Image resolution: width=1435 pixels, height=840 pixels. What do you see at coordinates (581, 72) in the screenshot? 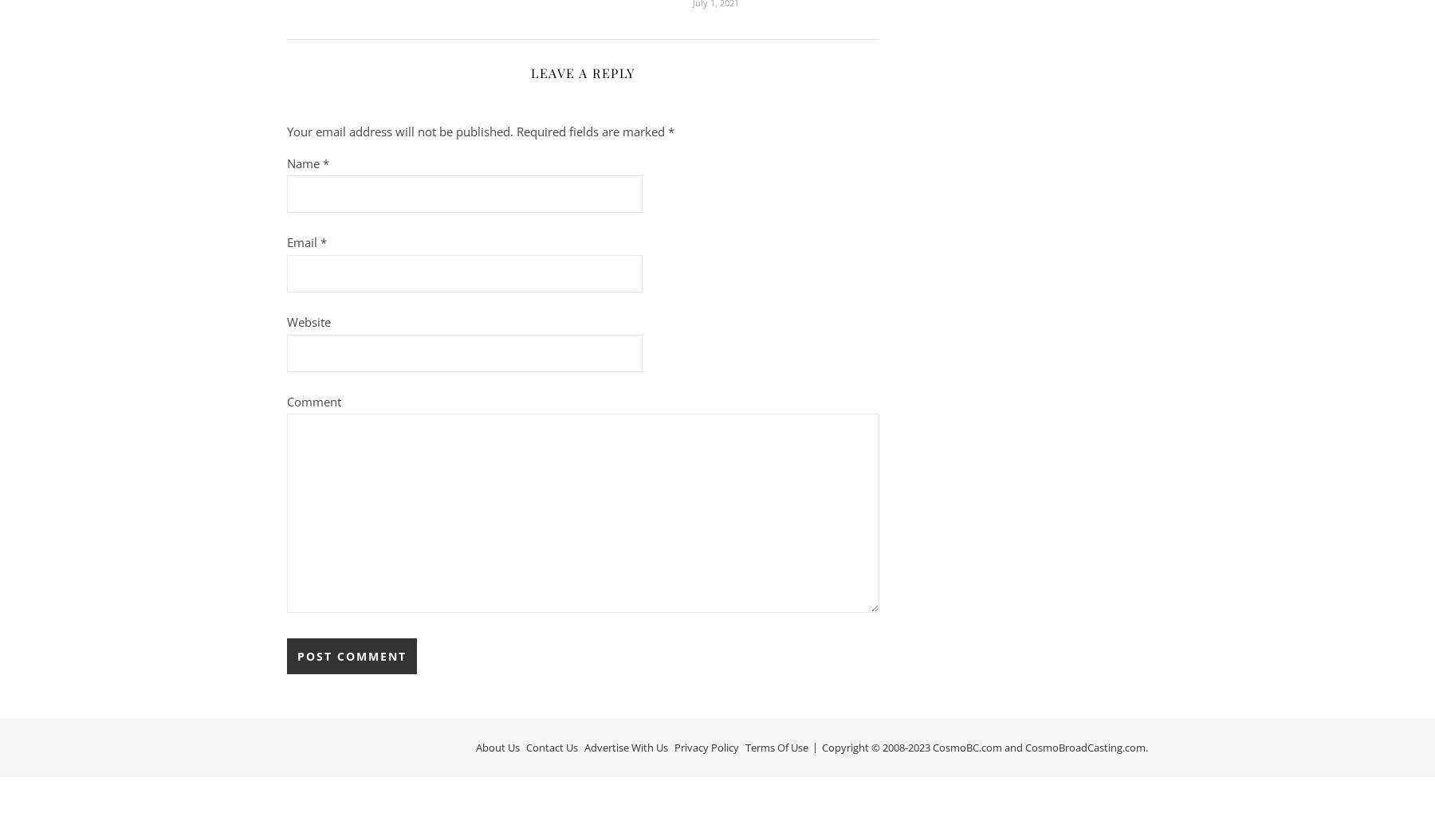
I see `'Leave a Reply'` at bounding box center [581, 72].